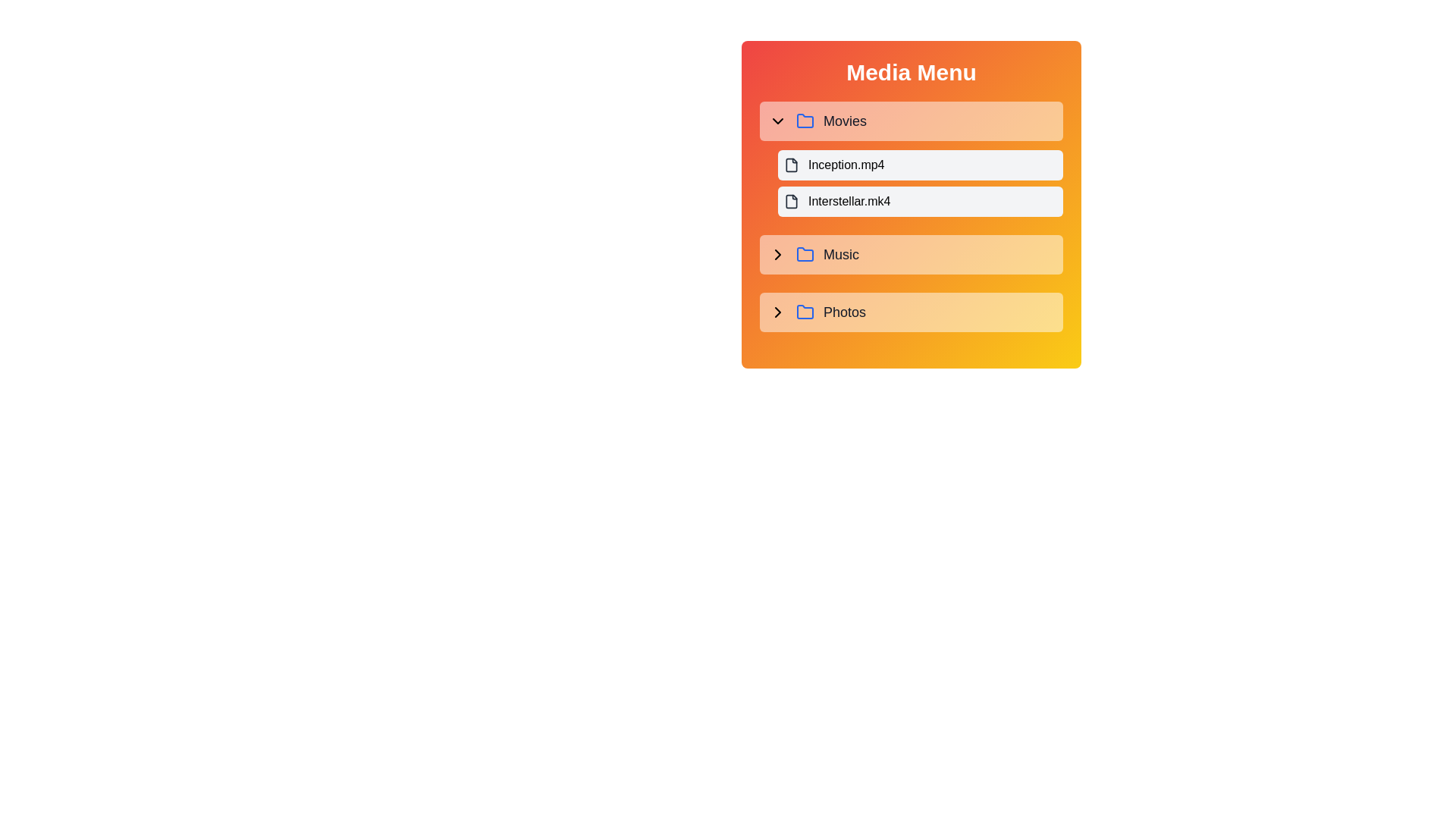  What do you see at coordinates (910, 158) in the screenshot?
I see `the media item entry labeled 'Inception.mp4'` at bounding box center [910, 158].